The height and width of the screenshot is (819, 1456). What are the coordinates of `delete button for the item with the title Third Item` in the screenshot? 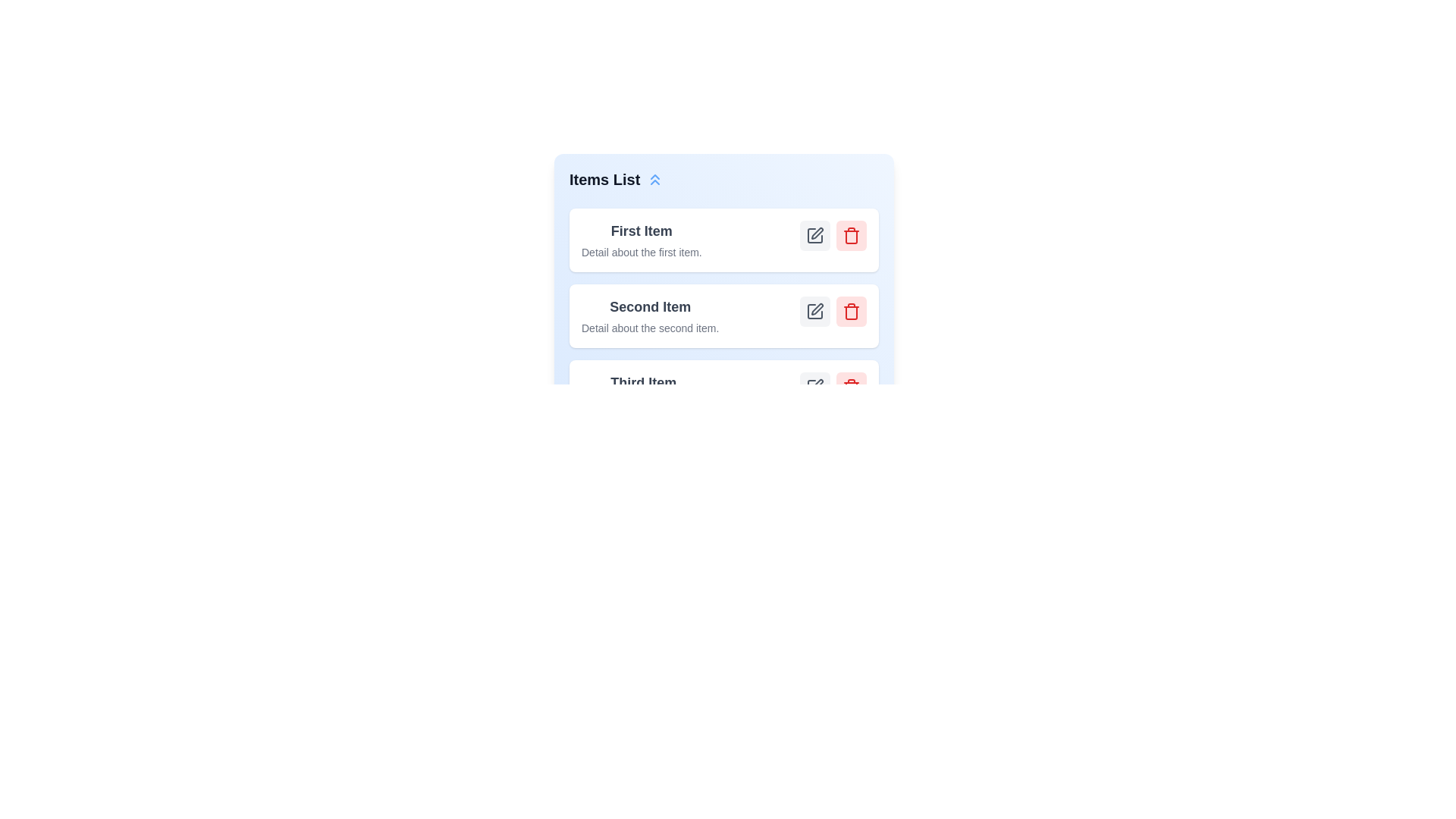 It's located at (852, 386).